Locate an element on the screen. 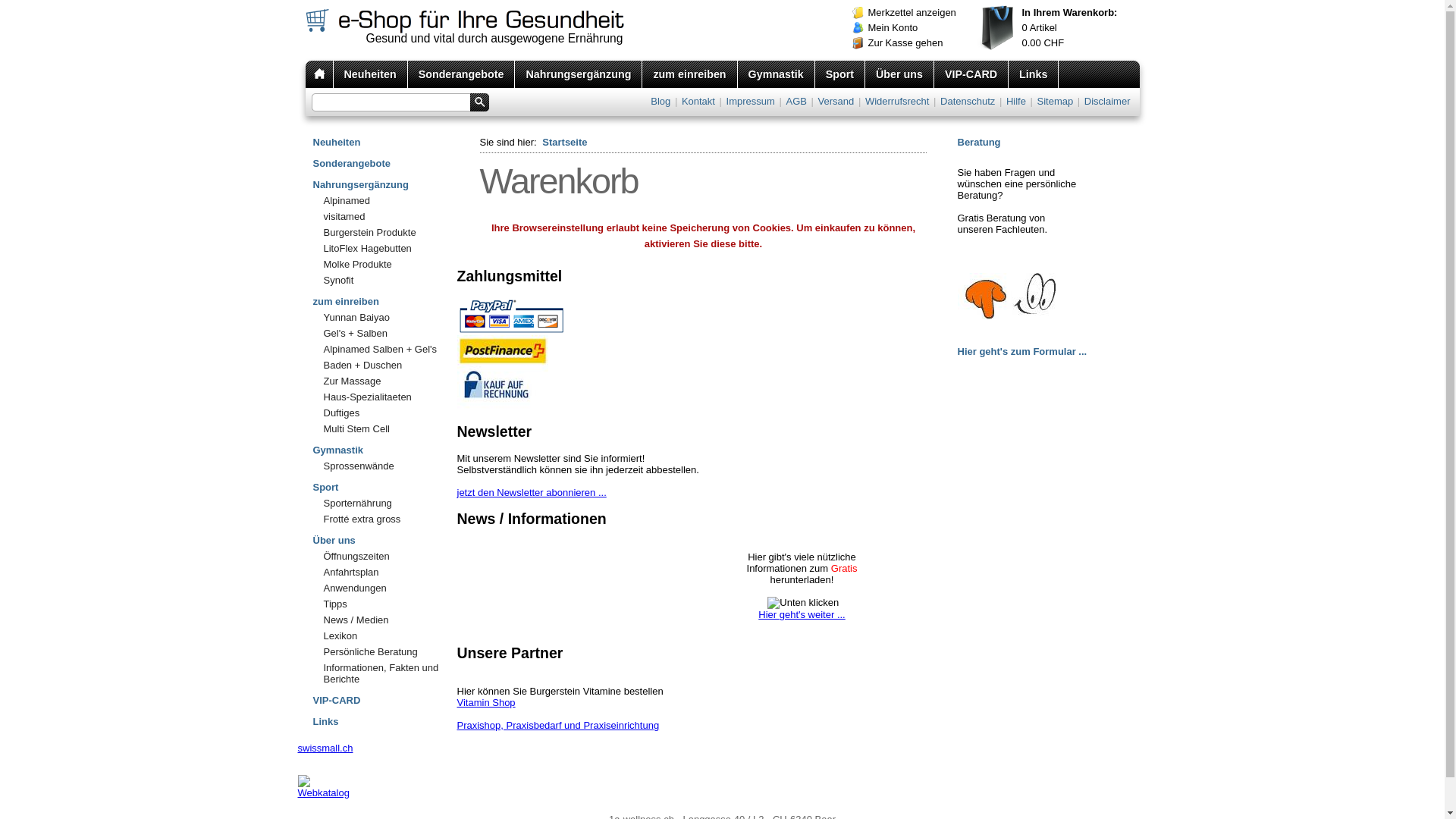 This screenshot has height=819, width=1456. 'AGB' is located at coordinates (783, 101).